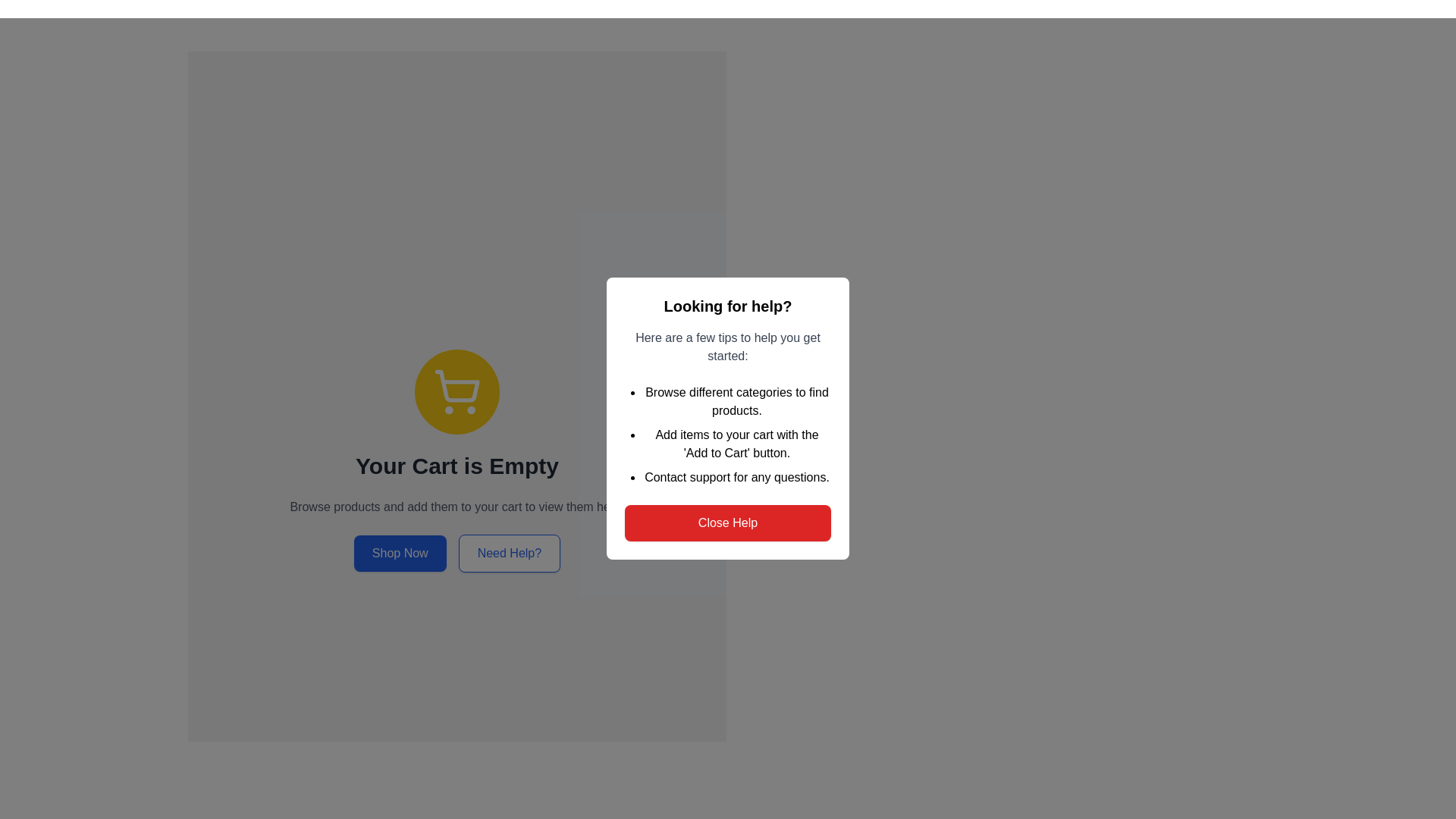 Image resolution: width=1456 pixels, height=819 pixels. Describe the element at coordinates (736, 400) in the screenshot. I see `the text element that provides guidance to the user on navigating the application, located under the heading 'Here are a few tips to help you get started:' in the help dialog box` at that location.